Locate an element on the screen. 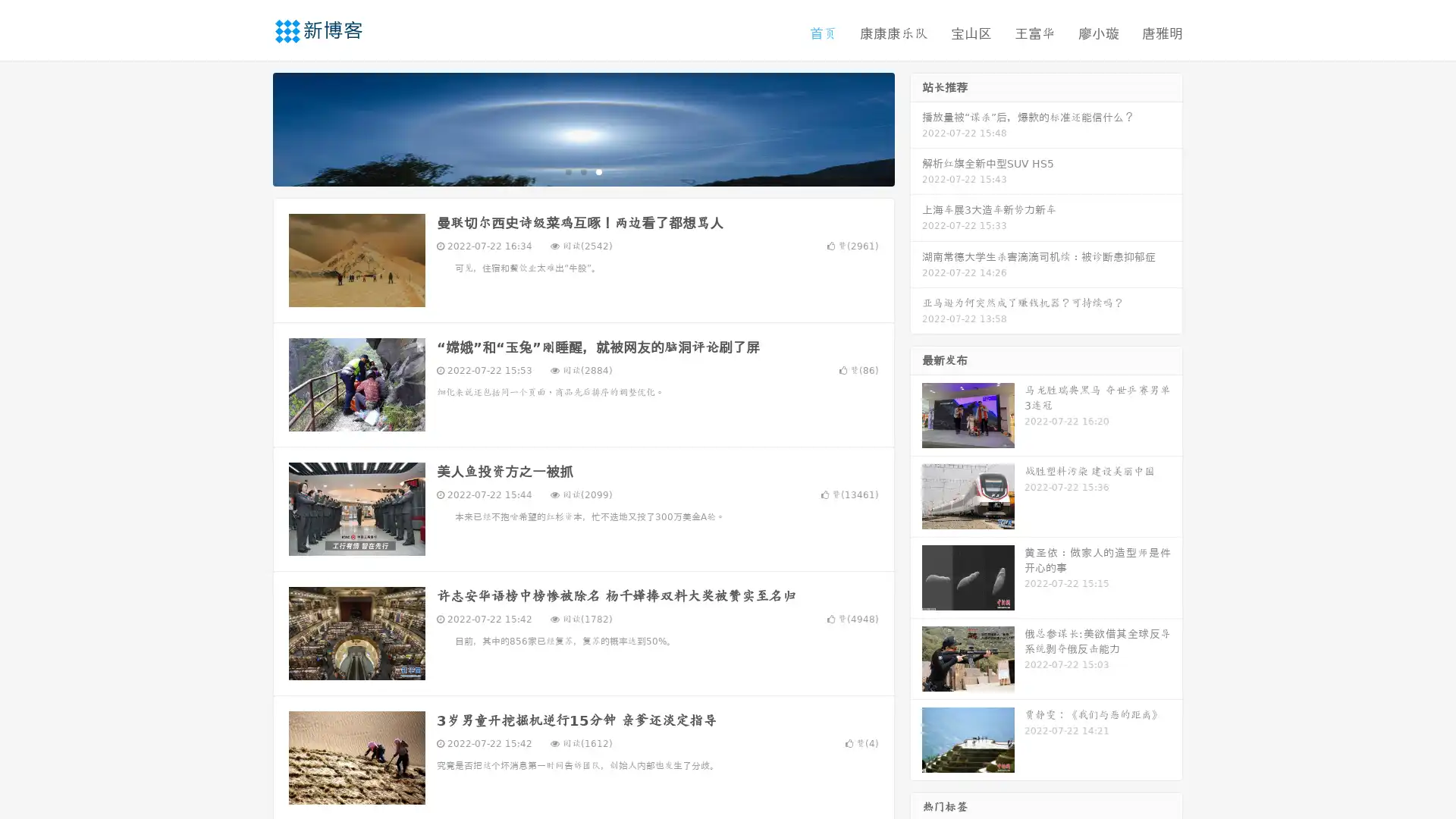  Go to slide 3 is located at coordinates (598, 171).